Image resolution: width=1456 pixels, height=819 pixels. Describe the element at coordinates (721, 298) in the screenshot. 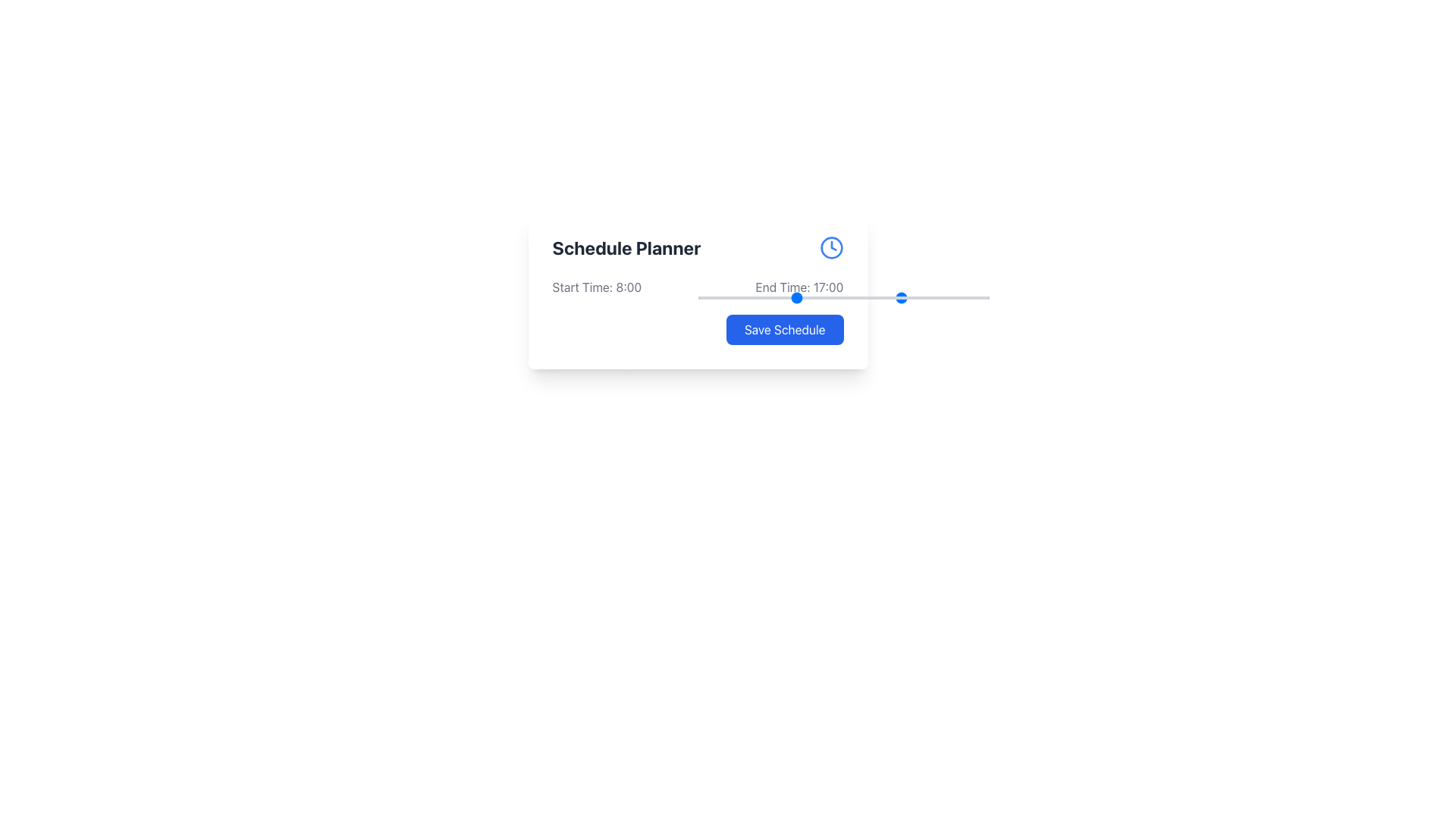

I see `the end time` at that location.